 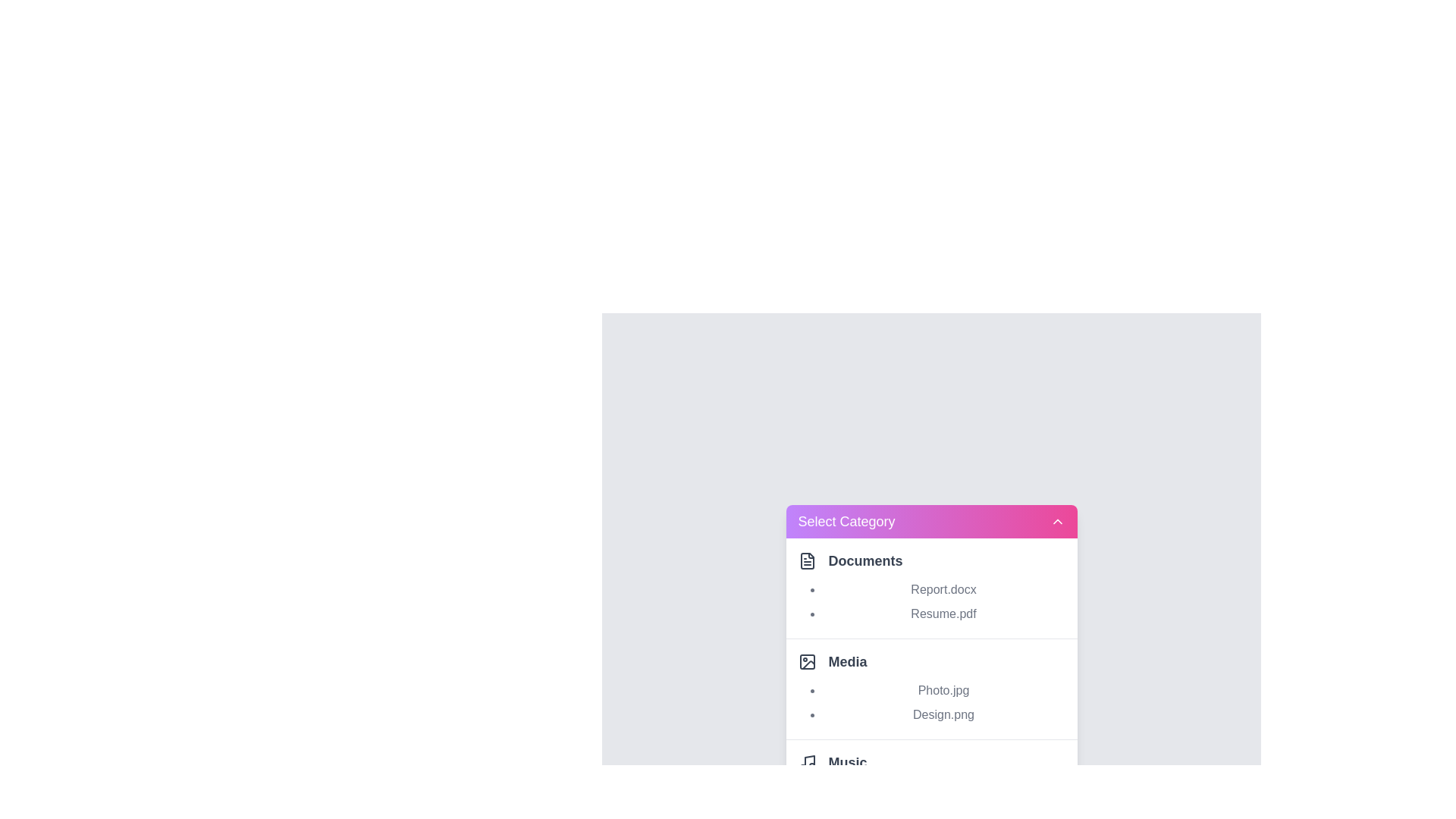 I want to click on the dropdown indicator icon located on the rightmost side of the header bar labeled 'Select Category', so click(x=1056, y=520).